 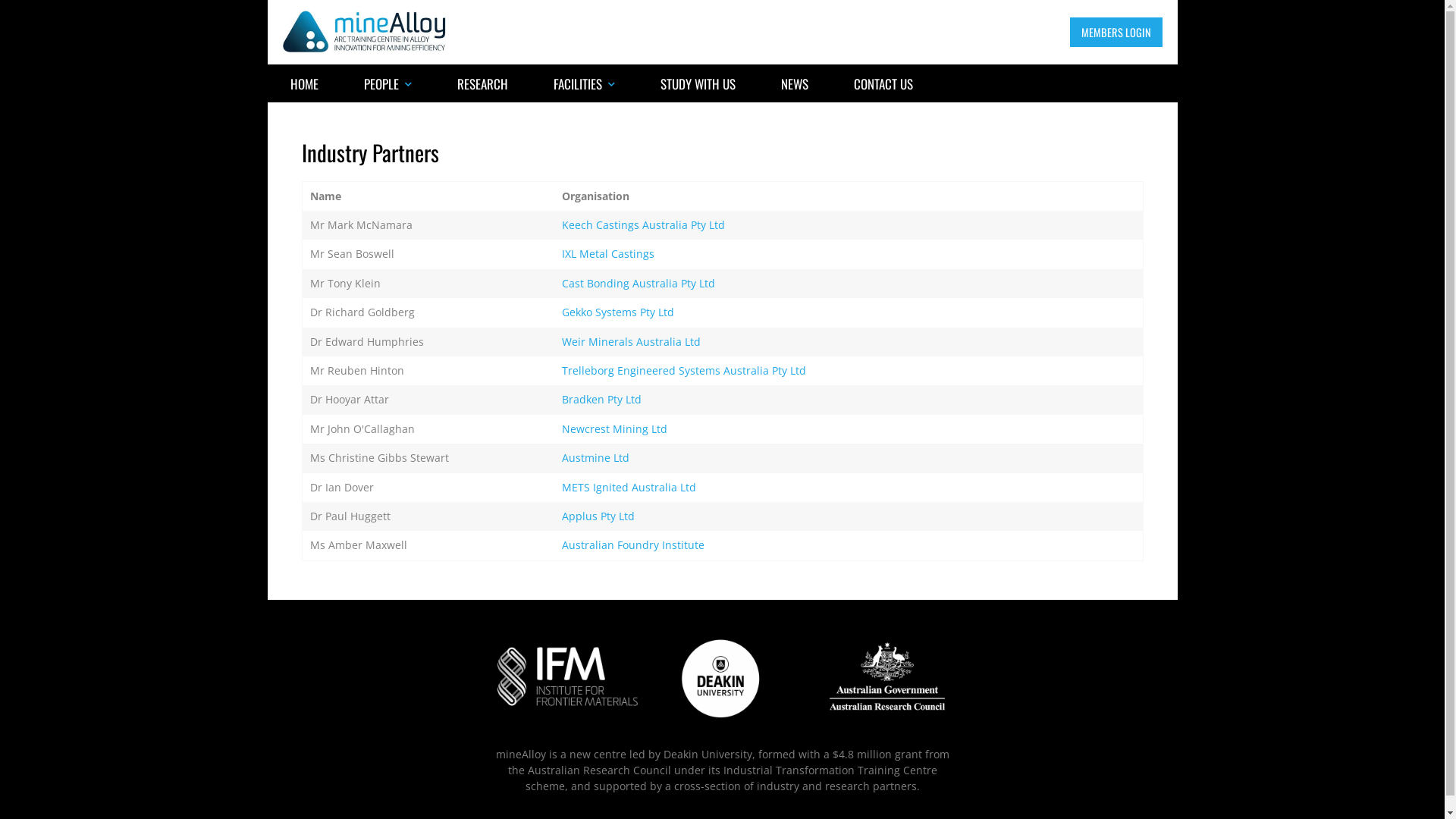 What do you see at coordinates (643, 224) in the screenshot?
I see `'Keech Castings Australia Pty Ltd'` at bounding box center [643, 224].